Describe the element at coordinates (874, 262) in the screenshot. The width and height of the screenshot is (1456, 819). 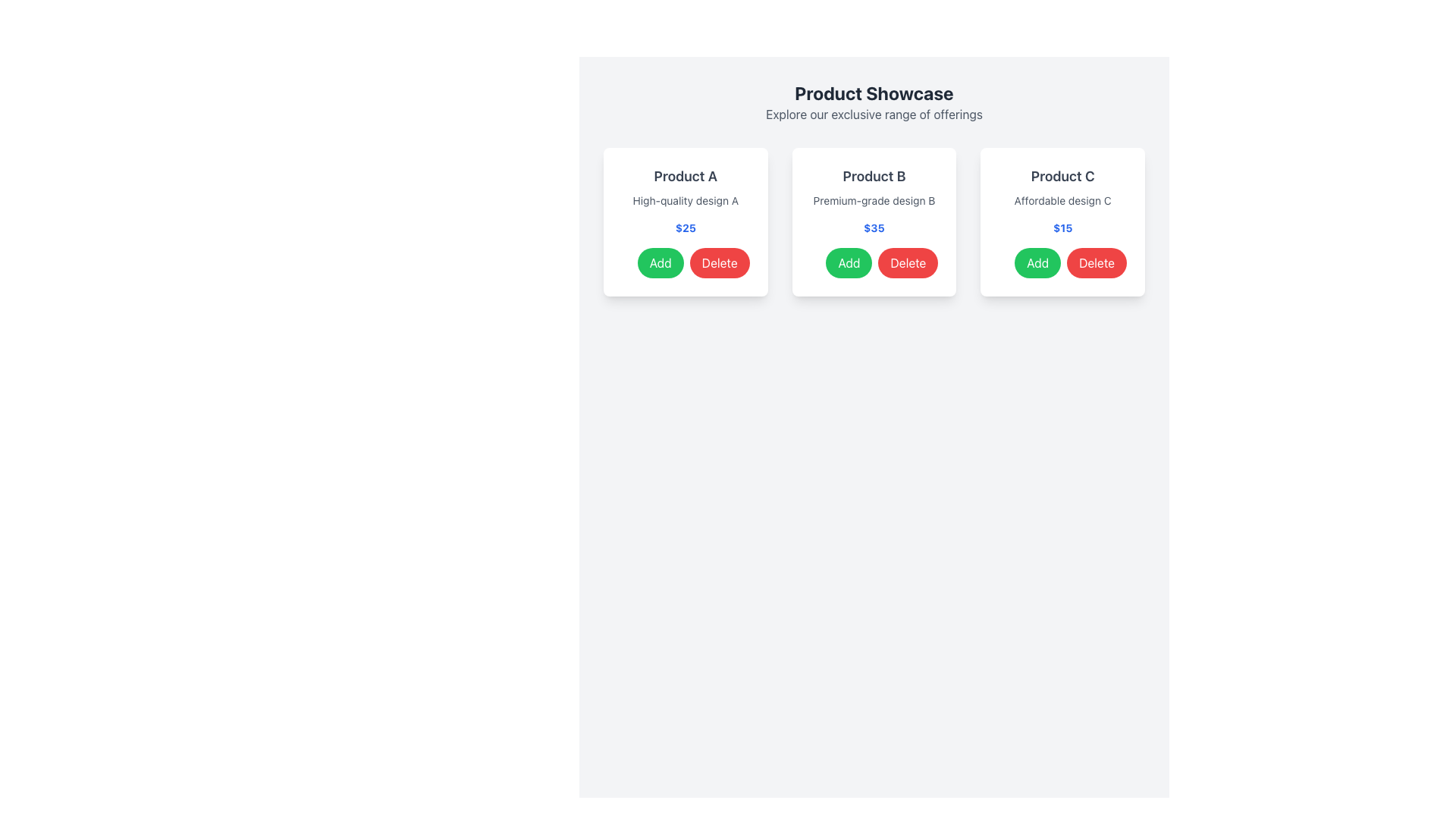
I see `the group of buttons labeled 'Add' and 'Delete' within the card for 'Product B' to trigger their hover state effects` at that location.